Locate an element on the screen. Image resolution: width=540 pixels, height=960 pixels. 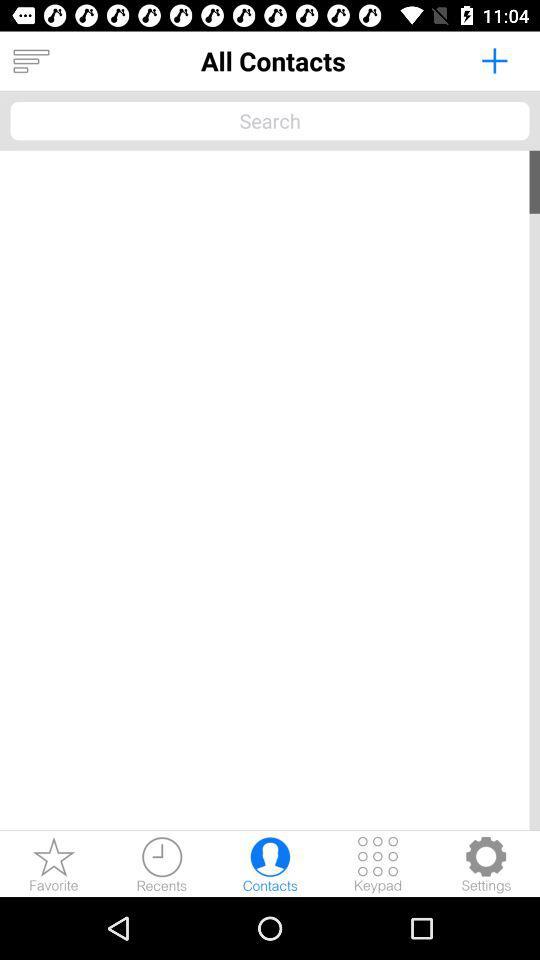
the time icon is located at coordinates (161, 863).